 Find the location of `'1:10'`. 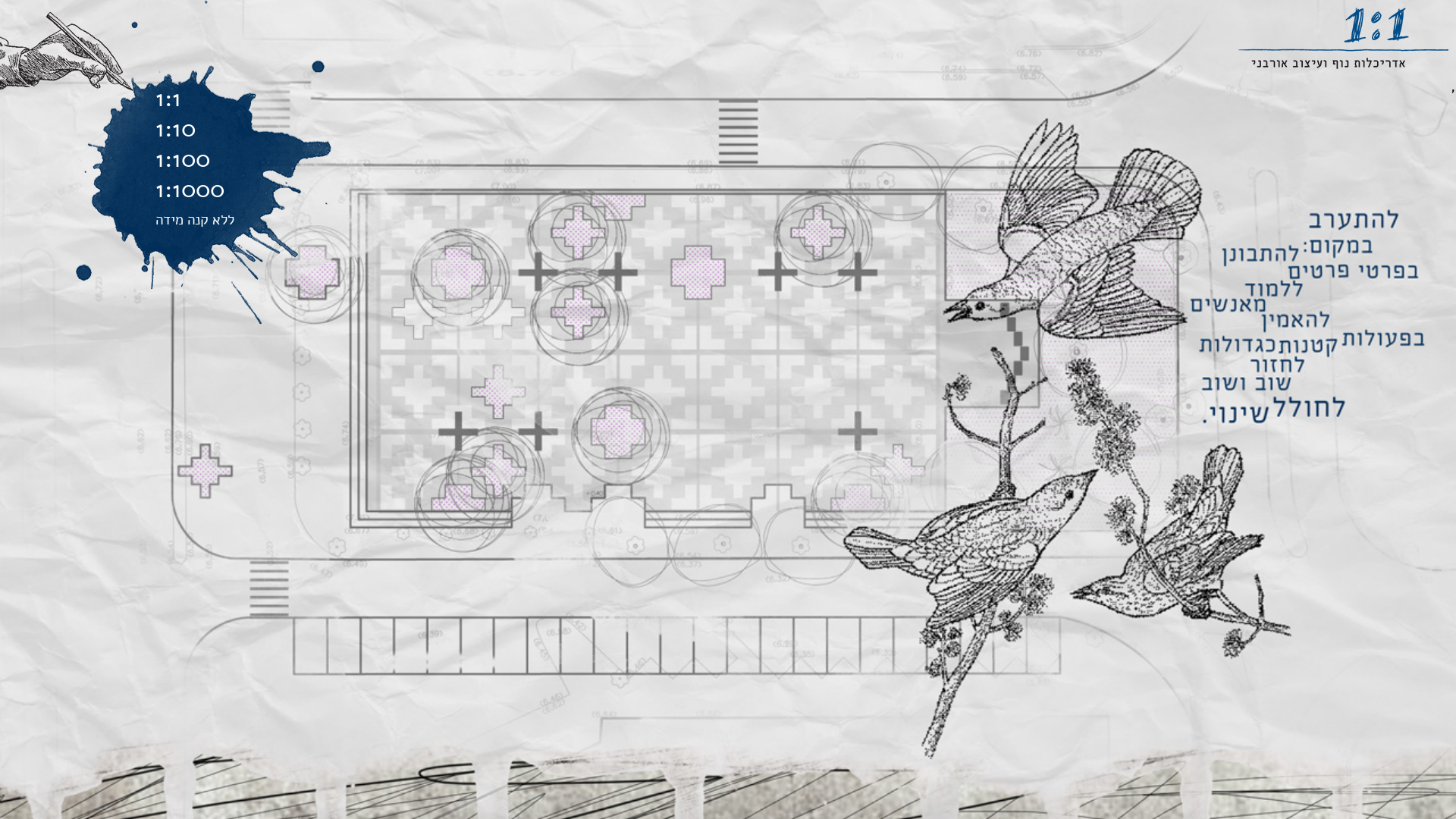

'1:10' is located at coordinates (175, 127).